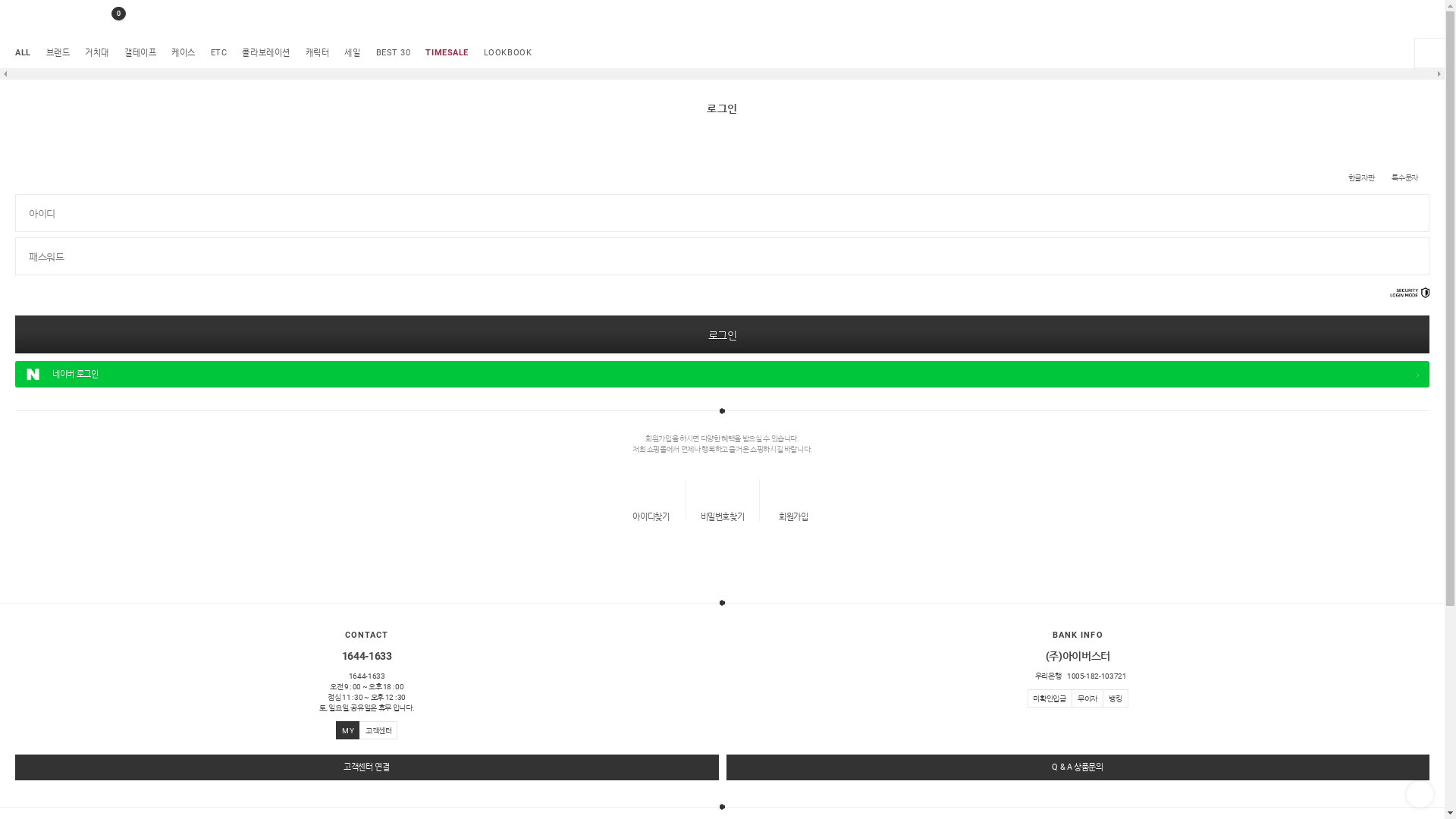 The width and height of the screenshot is (1456, 819). I want to click on 'ALL', so click(23, 52).